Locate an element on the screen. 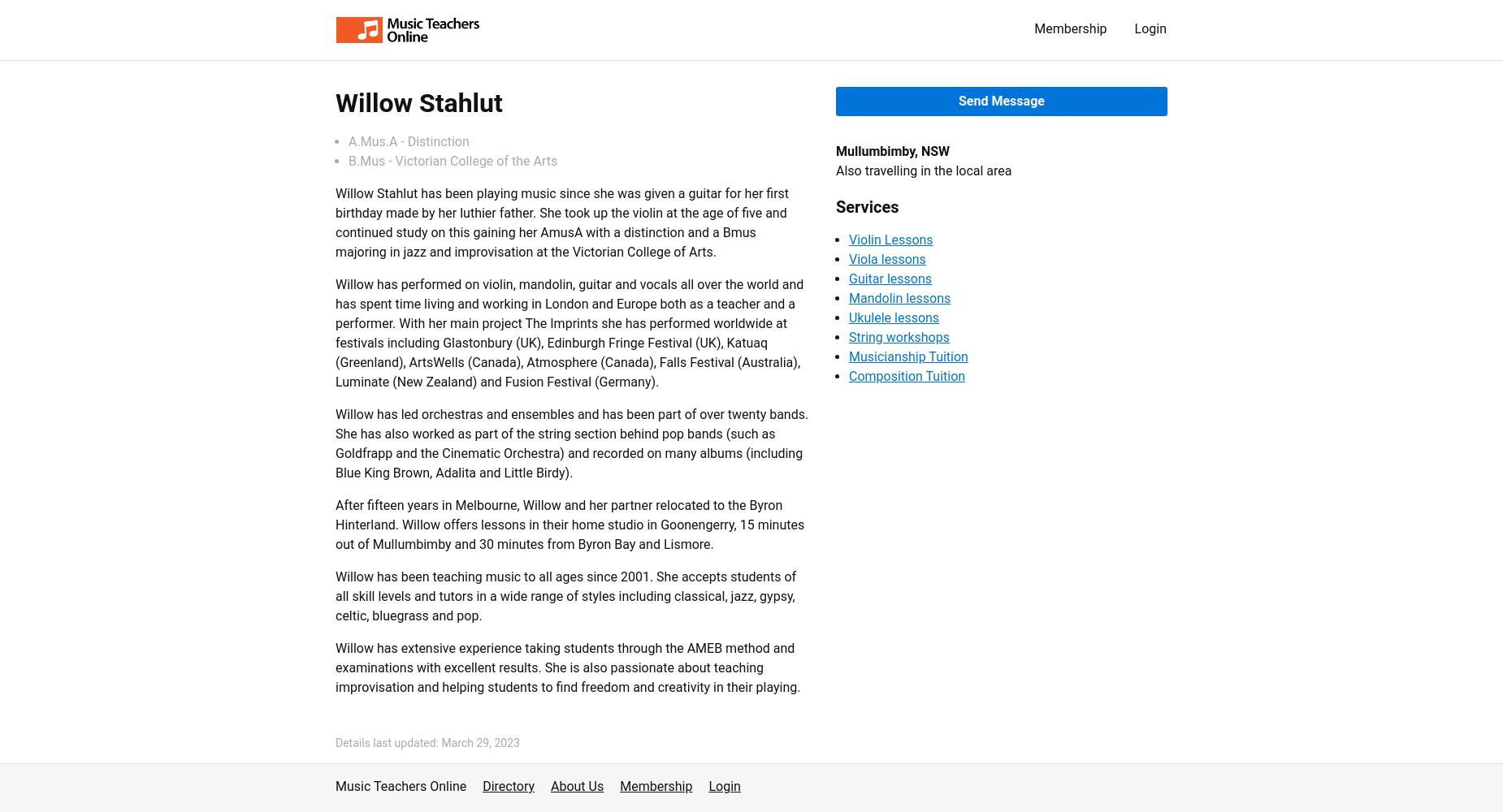 The image size is (1503, 812). 'Viola lessons' is located at coordinates (886, 258).